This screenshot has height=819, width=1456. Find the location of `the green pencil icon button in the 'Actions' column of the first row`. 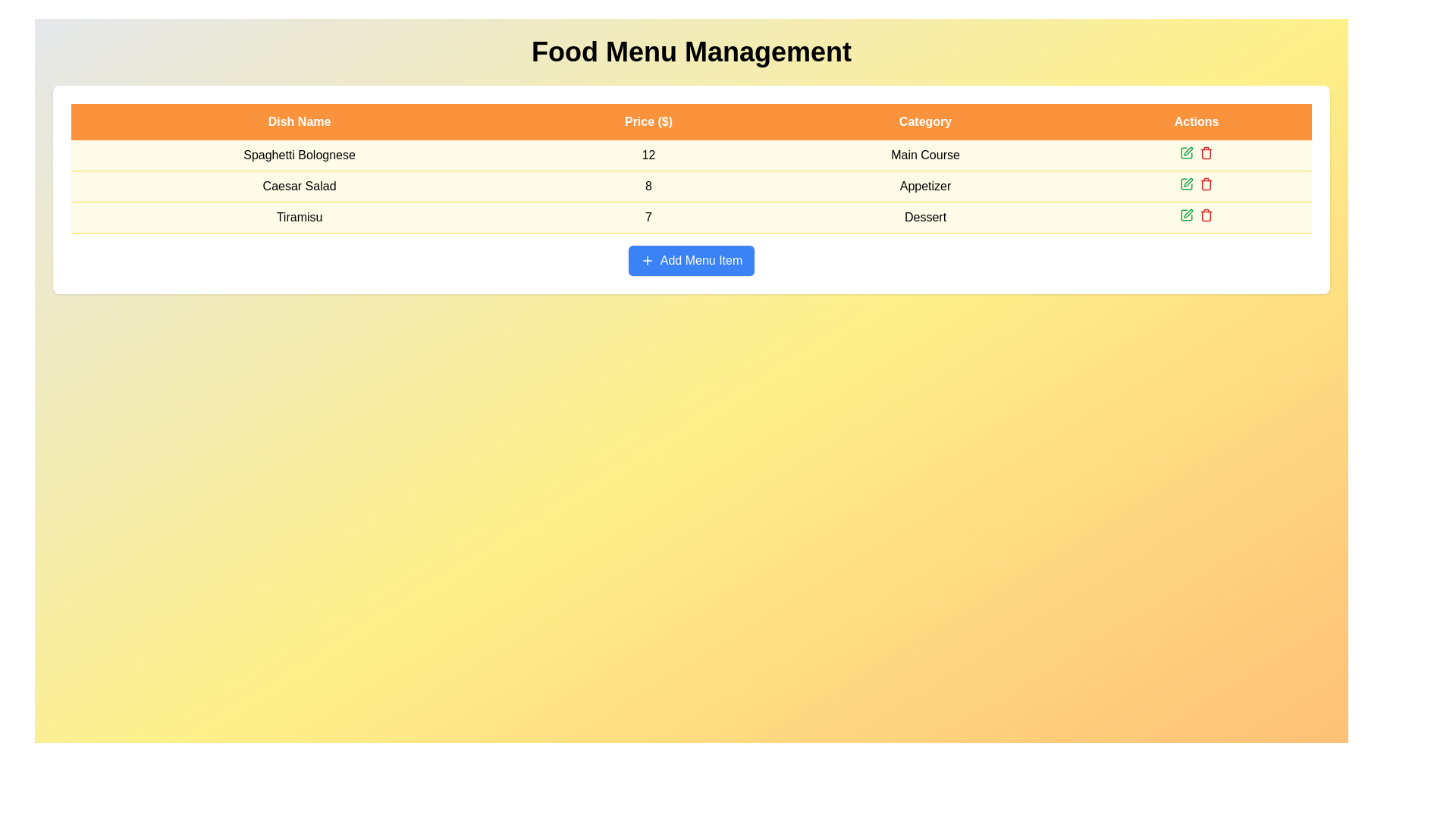

the green pencil icon button in the 'Actions' column of the first row is located at coordinates (1185, 152).